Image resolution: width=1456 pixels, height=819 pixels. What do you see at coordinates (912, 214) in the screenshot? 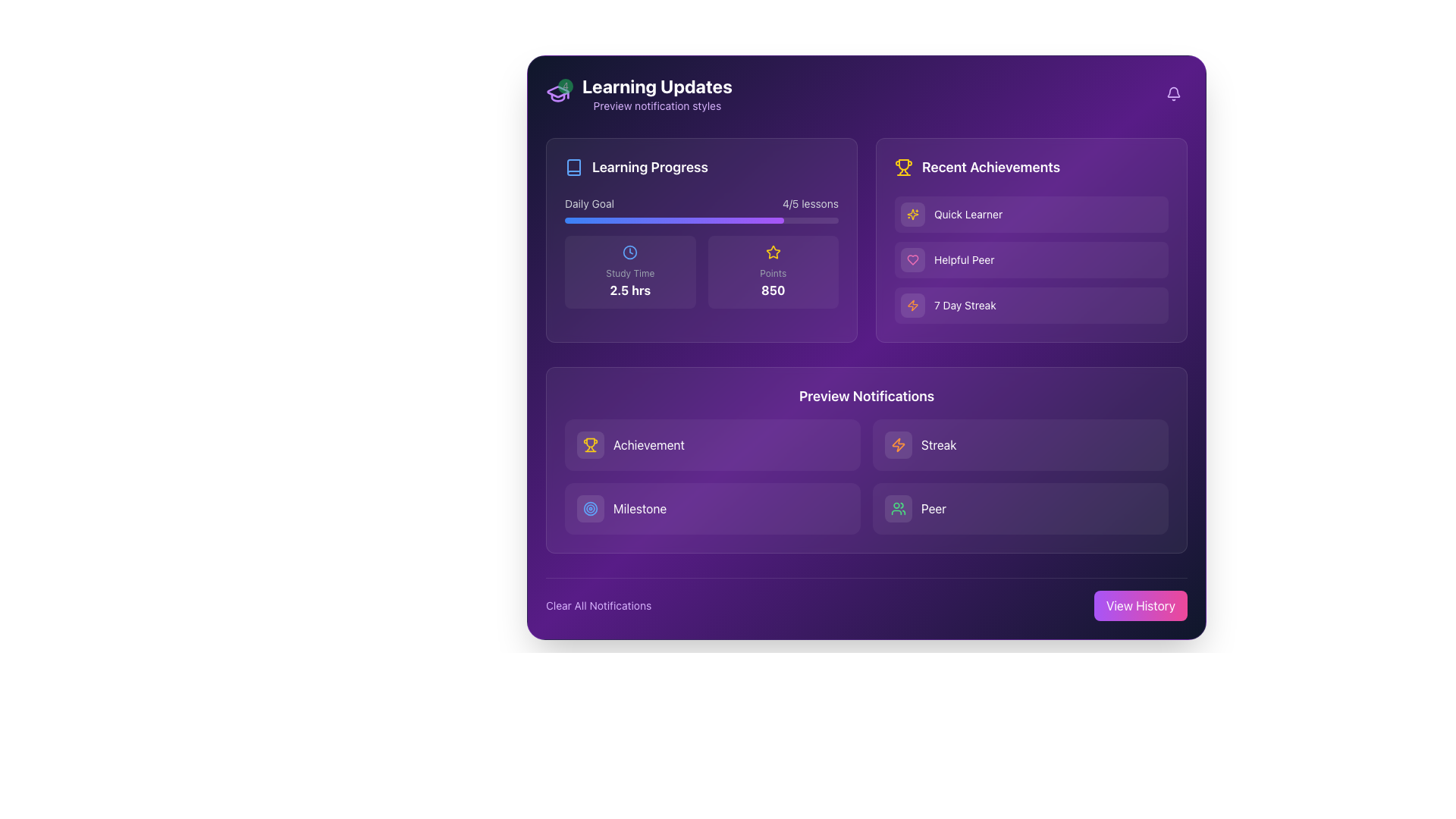
I see `the decorative star-like graphic that is part of the sparkling icon in the top-right corner of the header` at bounding box center [912, 214].